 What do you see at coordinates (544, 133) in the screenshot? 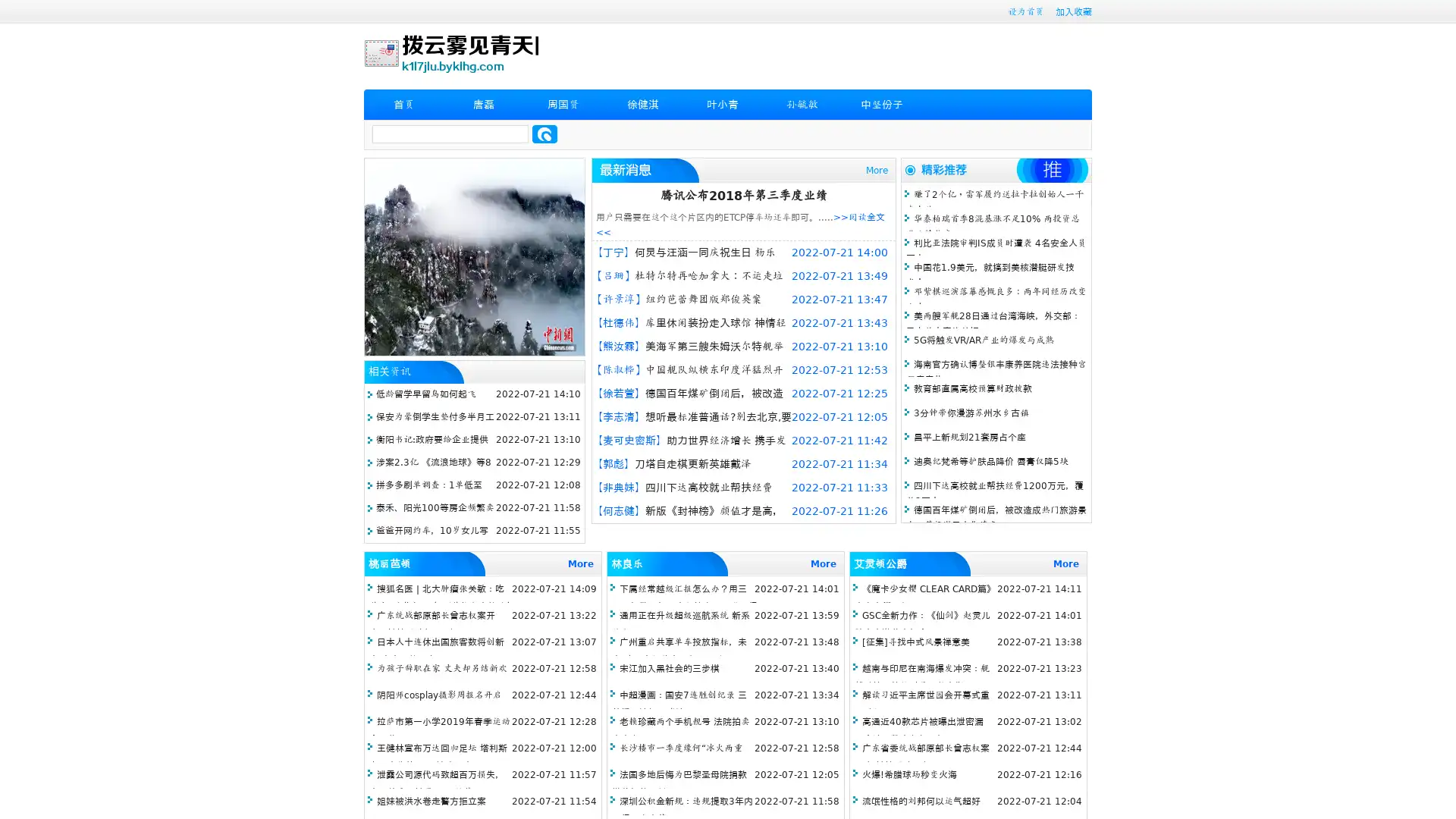
I see `Search` at bounding box center [544, 133].